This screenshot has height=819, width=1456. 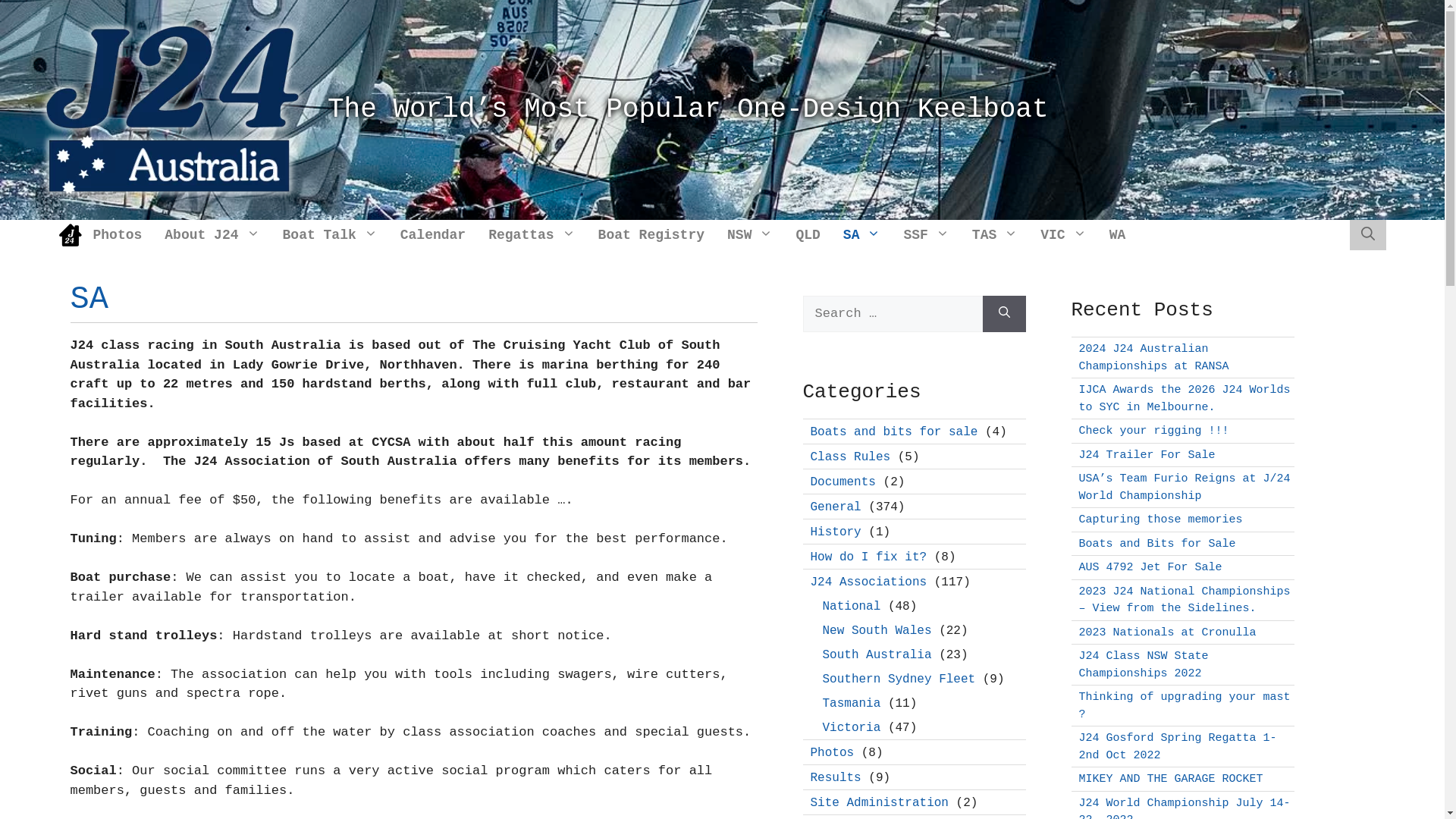 I want to click on 'Search for:', so click(x=892, y=312).